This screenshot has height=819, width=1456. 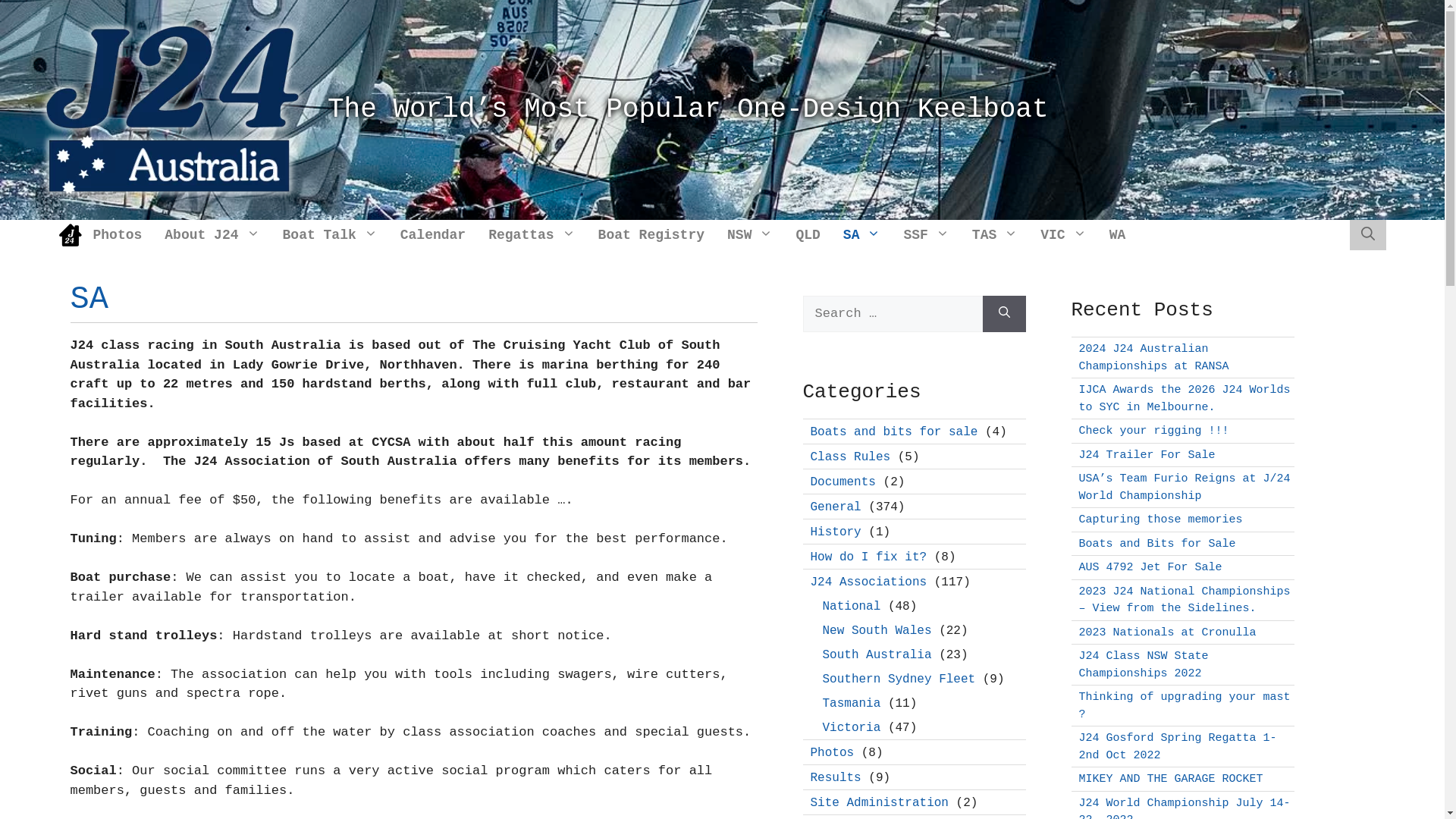 I want to click on 'Search for:', so click(x=892, y=312).